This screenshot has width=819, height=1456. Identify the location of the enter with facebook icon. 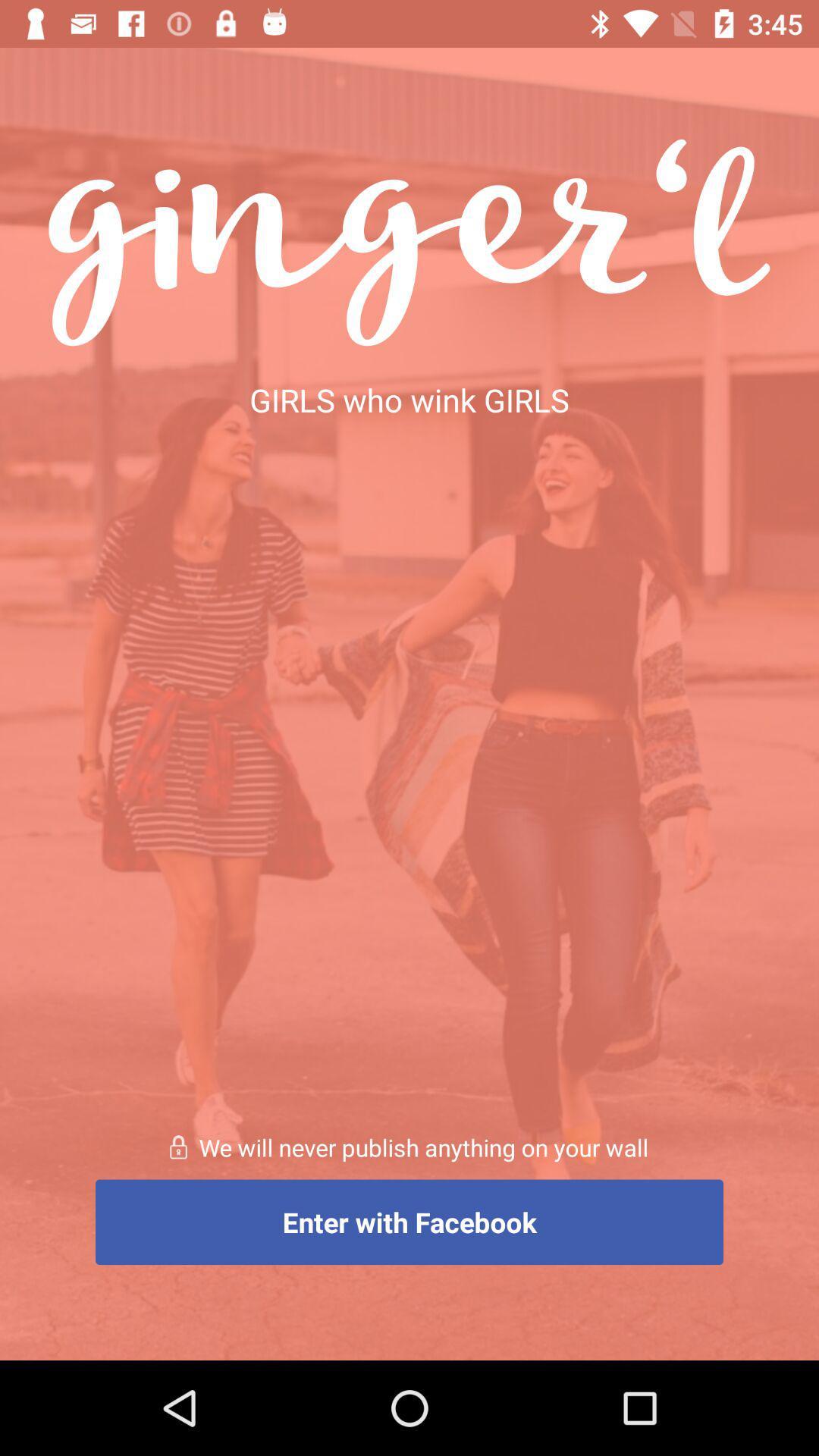
(409, 1222).